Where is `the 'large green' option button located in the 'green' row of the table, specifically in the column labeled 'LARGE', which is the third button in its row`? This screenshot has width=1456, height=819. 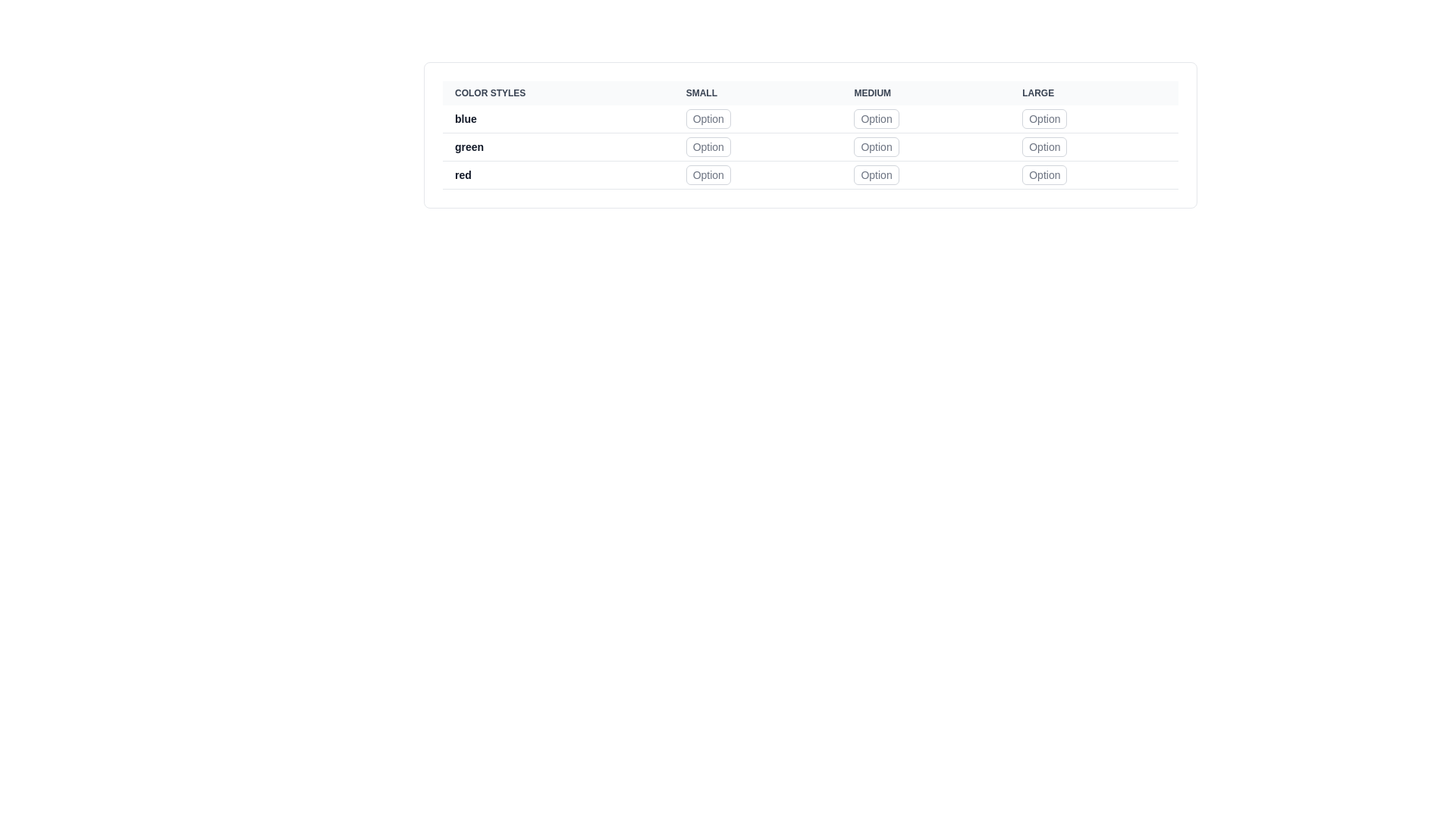 the 'large green' option button located in the 'green' row of the table, specifically in the column labeled 'LARGE', which is the third button in its row is located at coordinates (1043, 146).